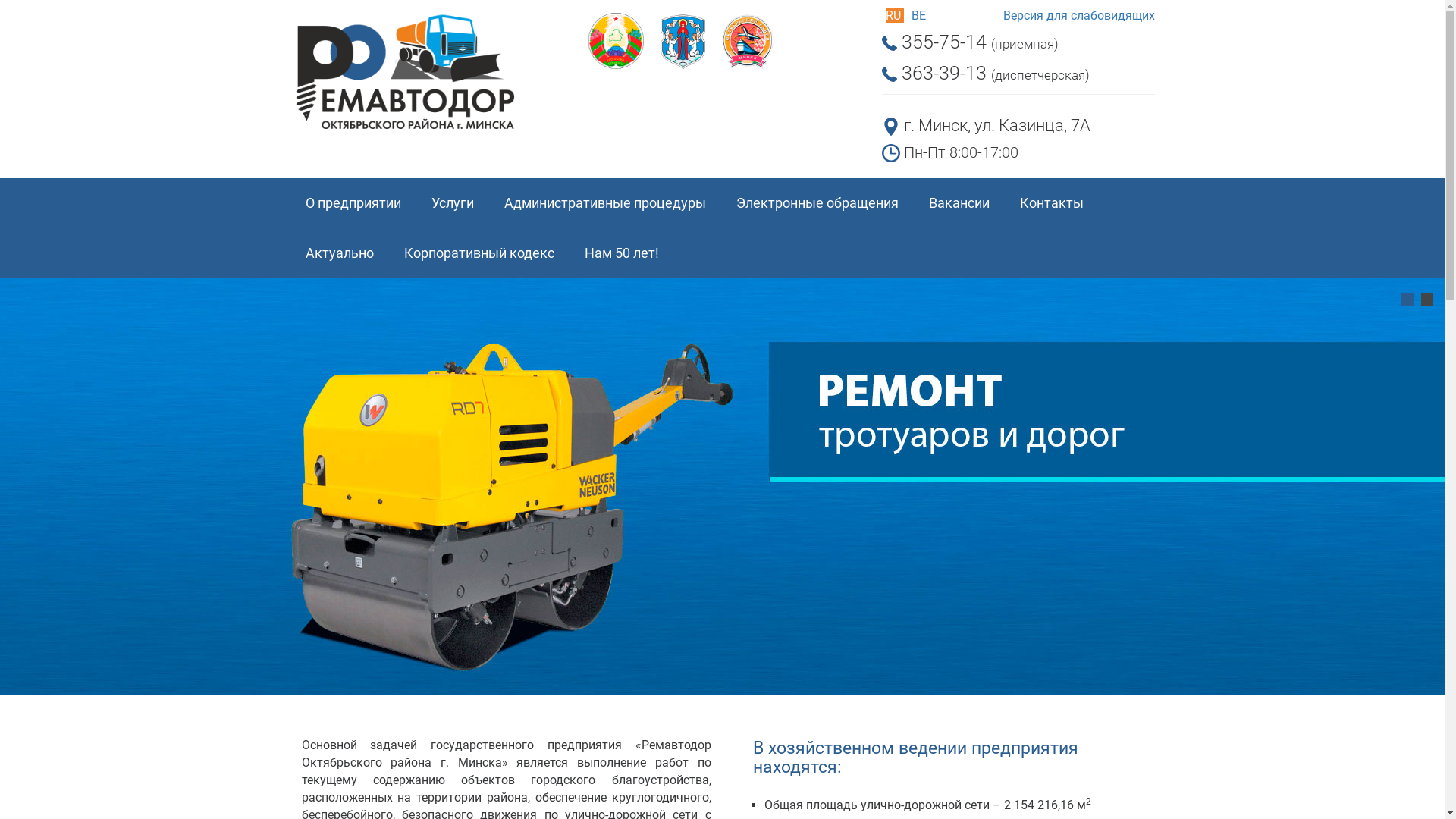  Describe the element at coordinates (895, 15) in the screenshot. I see `'RU'` at that location.